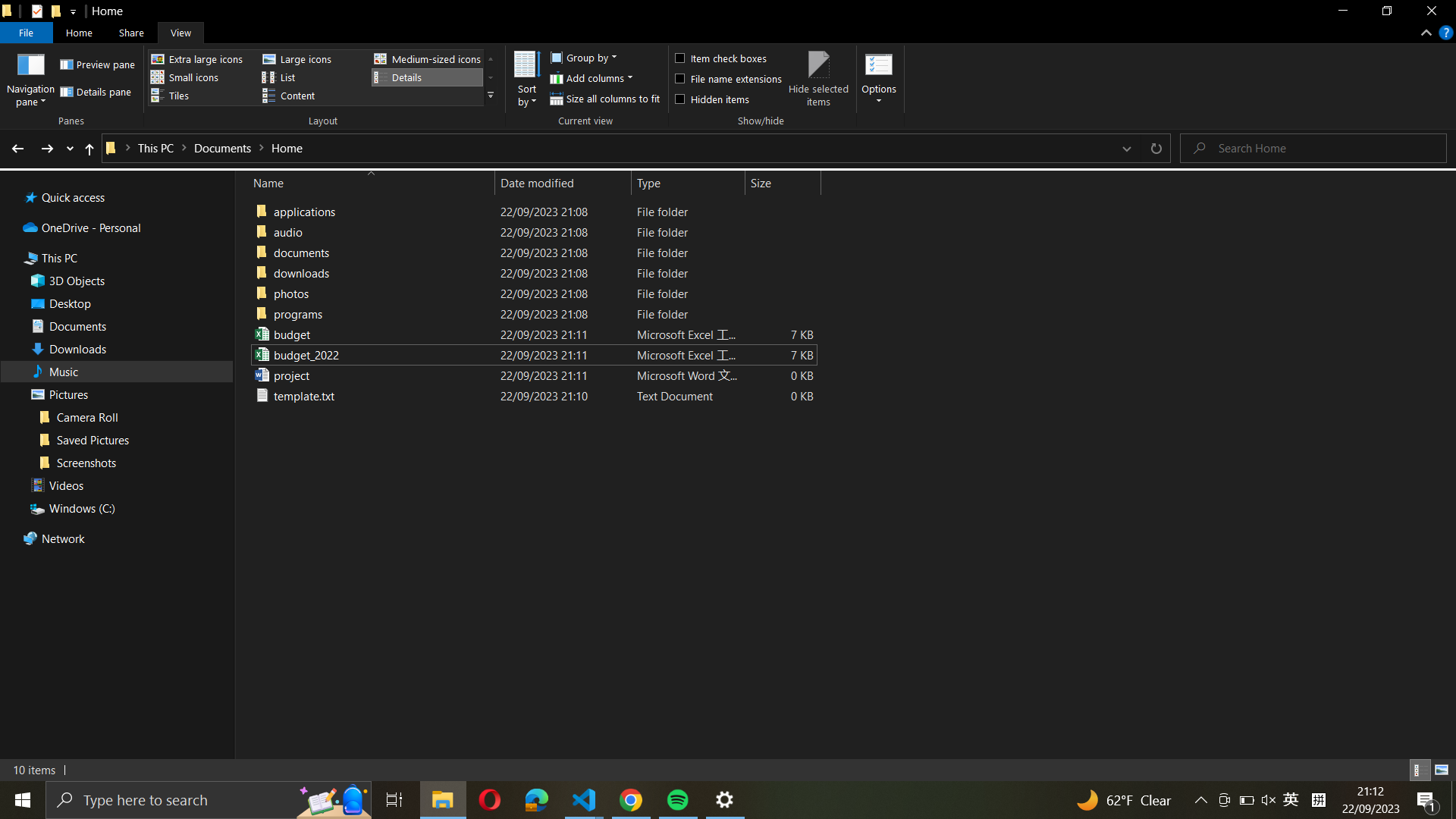 Image resolution: width=1456 pixels, height=819 pixels. I want to click on the Desktop directory directly through the sidebar, so click(118, 303).